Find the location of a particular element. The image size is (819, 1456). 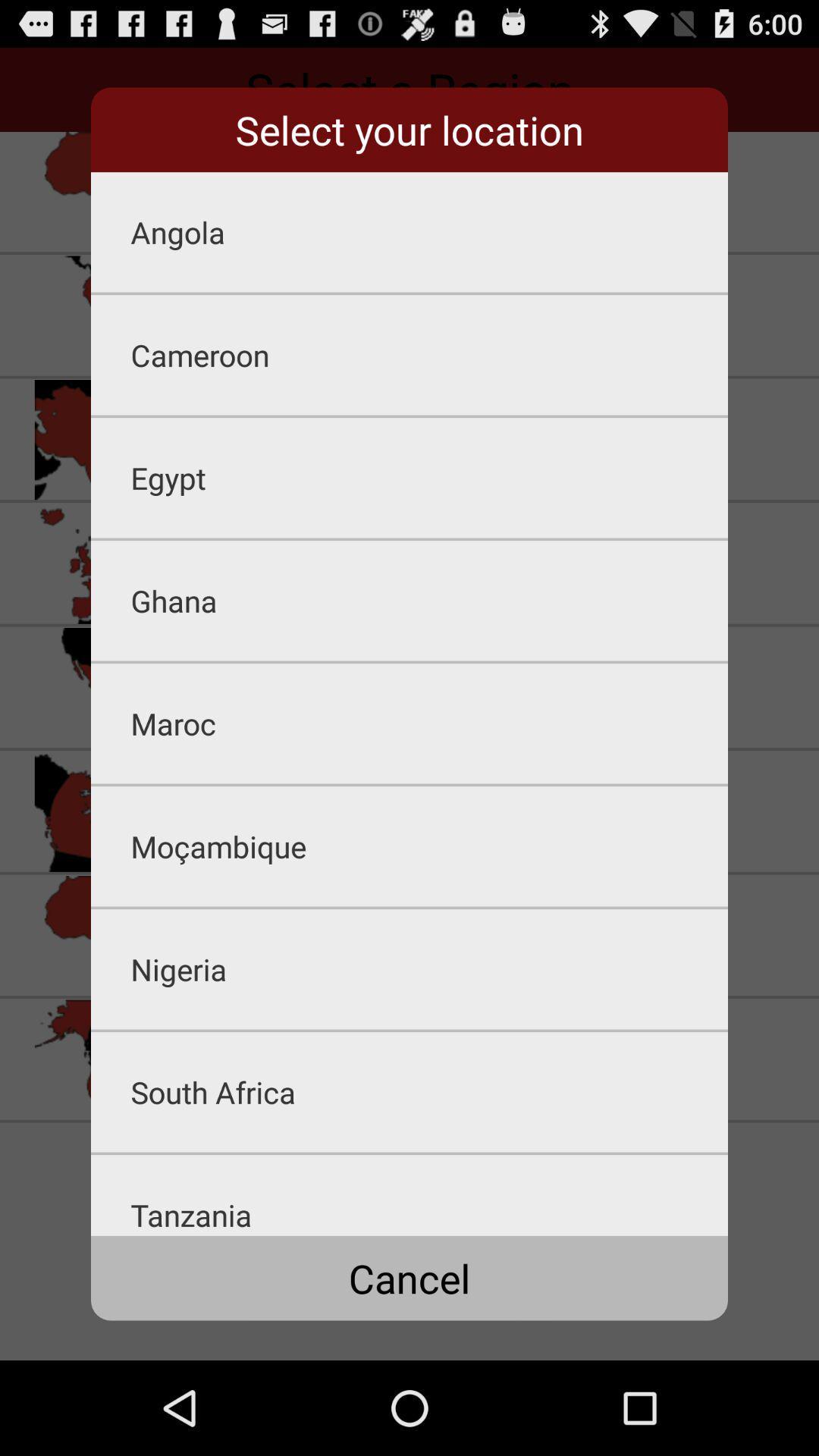

the tanzania is located at coordinates (429, 1194).